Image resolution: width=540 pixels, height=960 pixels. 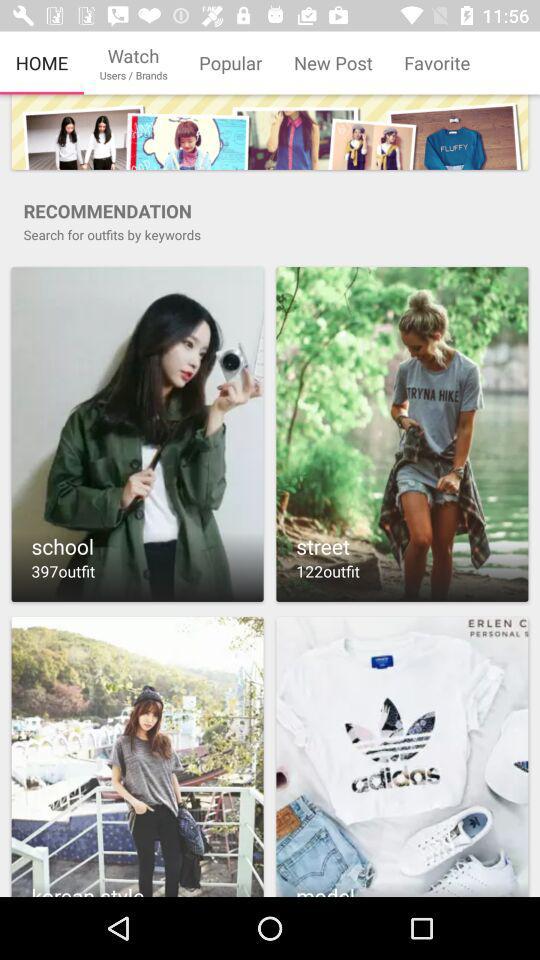 What do you see at coordinates (136, 755) in the screenshot?
I see `picture` at bounding box center [136, 755].